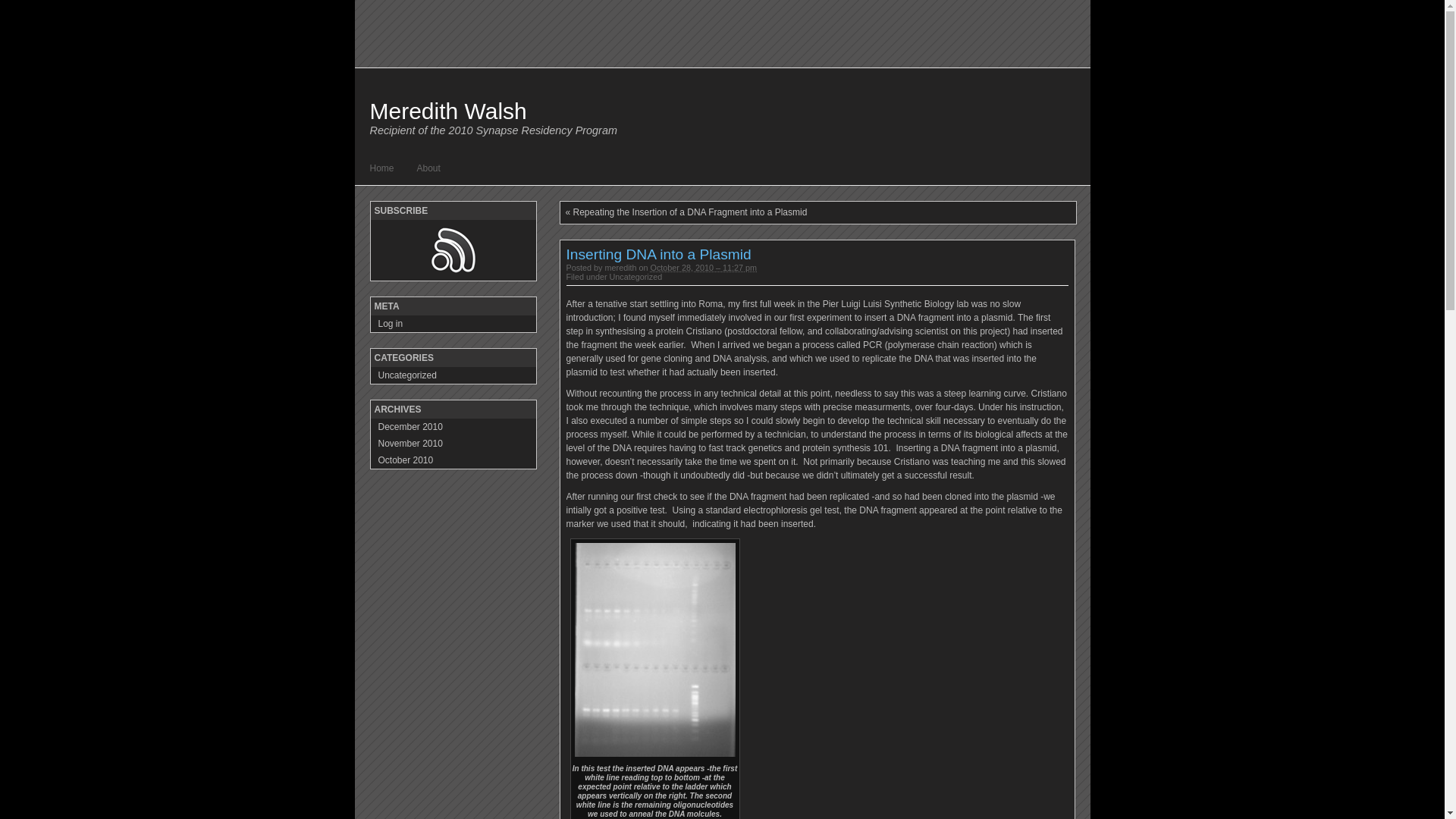 The height and width of the screenshot is (819, 1456). What do you see at coordinates (451, 444) in the screenshot?
I see `'November 2010'` at bounding box center [451, 444].